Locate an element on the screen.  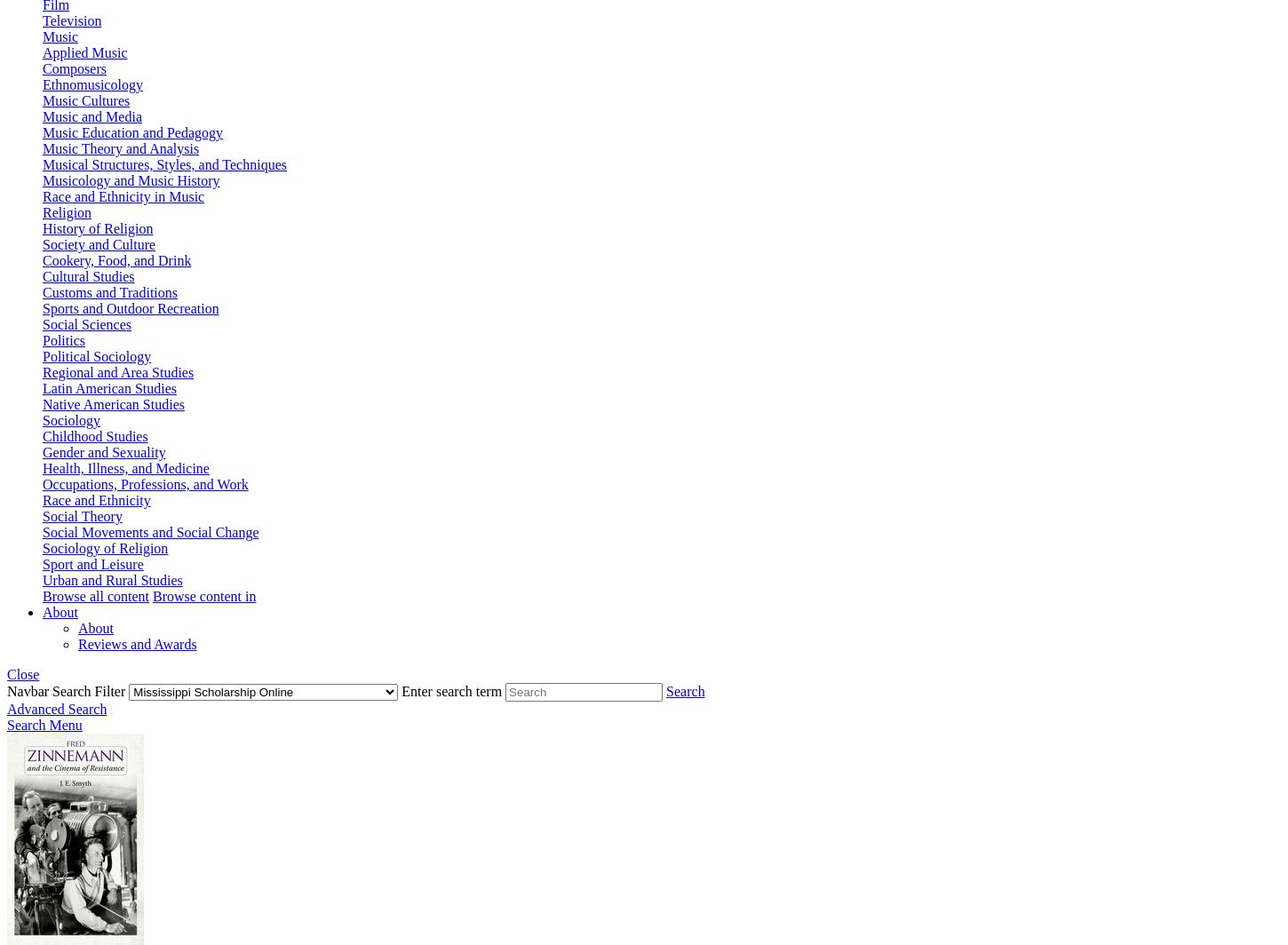
'Enter search term' is located at coordinates (453, 691).